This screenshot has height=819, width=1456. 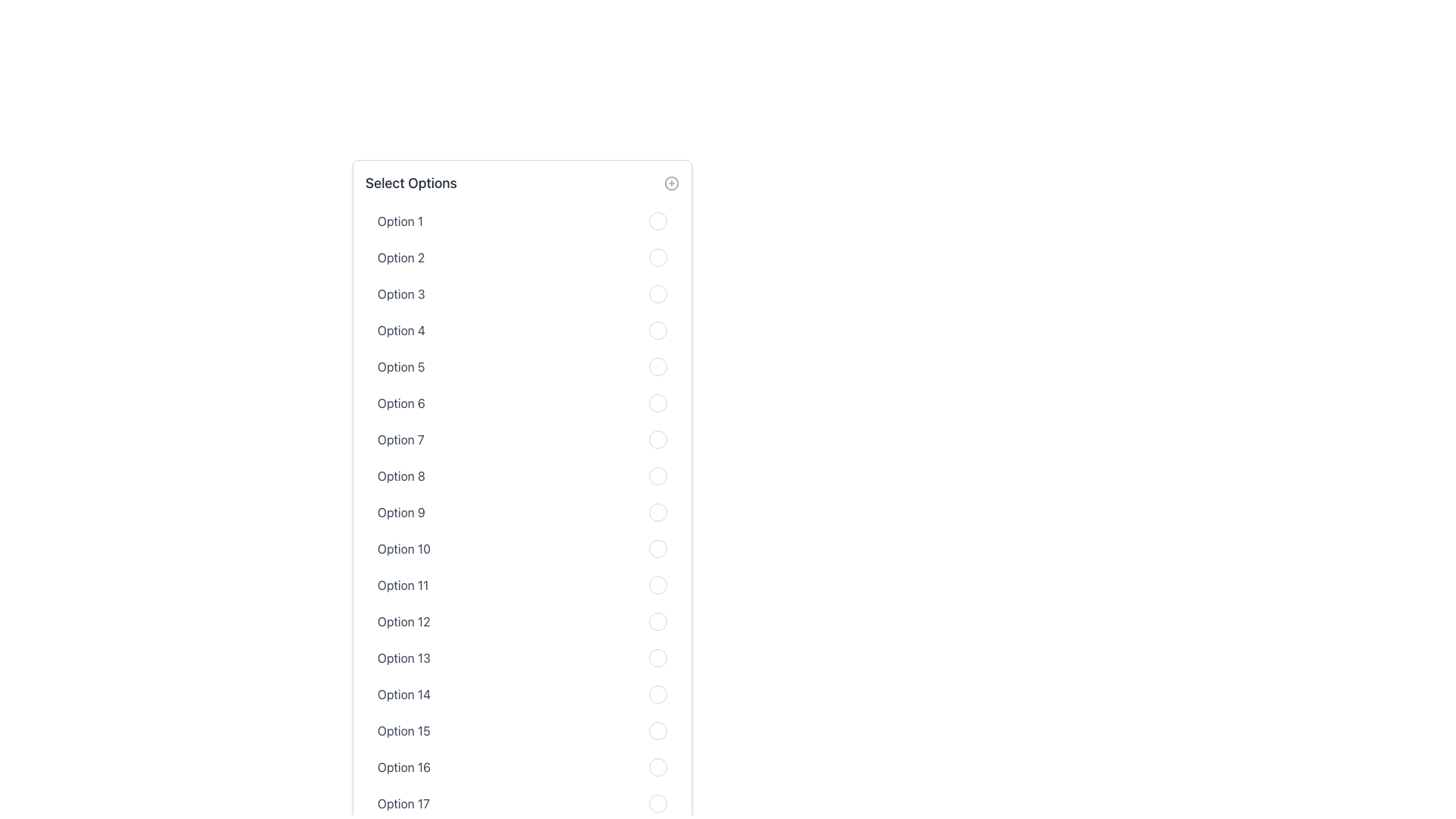 What do you see at coordinates (658, 767) in the screenshot?
I see `the radio button for 'Option 16'` at bounding box center [658, 767].